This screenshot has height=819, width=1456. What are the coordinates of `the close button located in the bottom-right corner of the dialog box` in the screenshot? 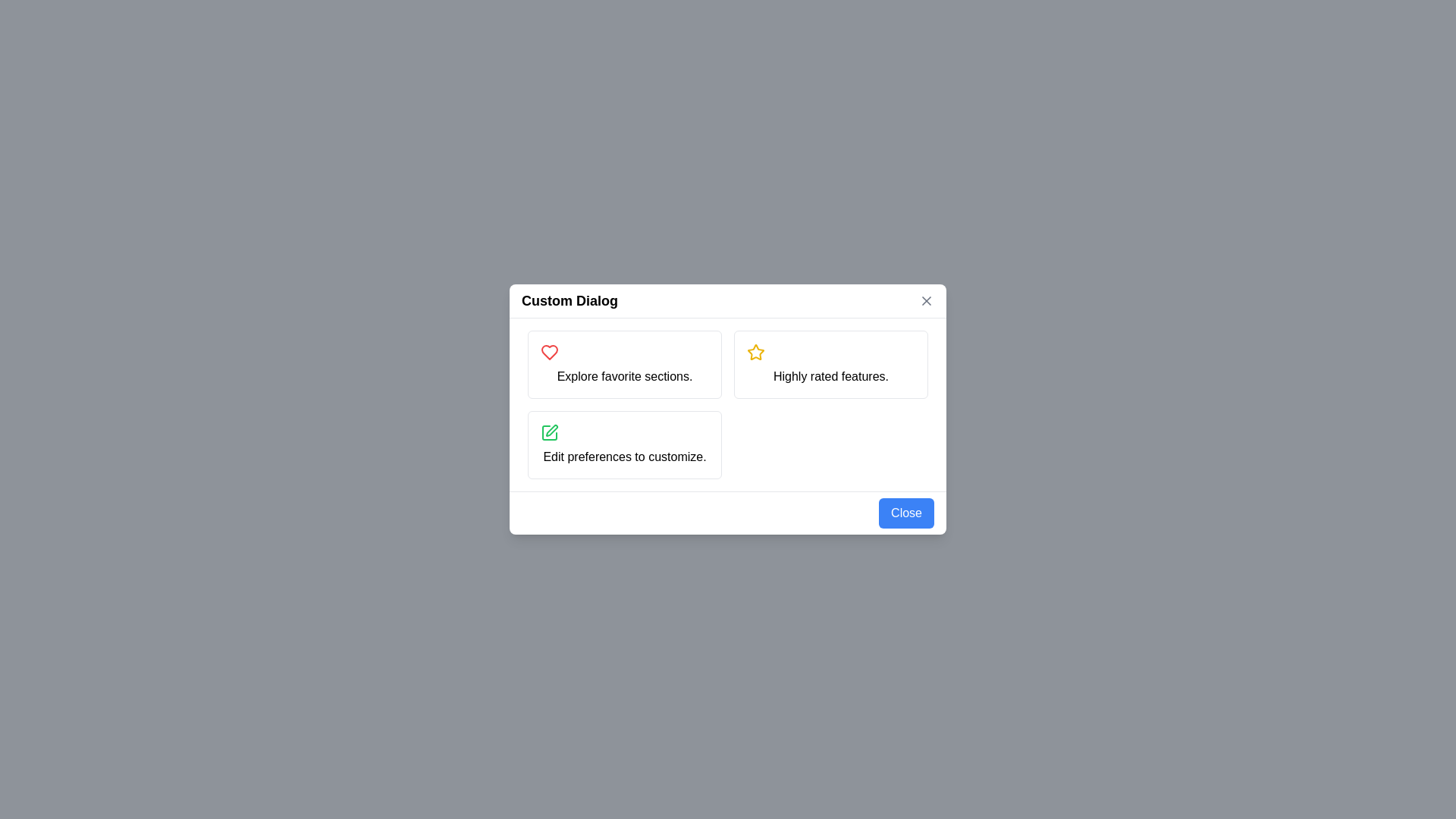 It's located at (906, 513).